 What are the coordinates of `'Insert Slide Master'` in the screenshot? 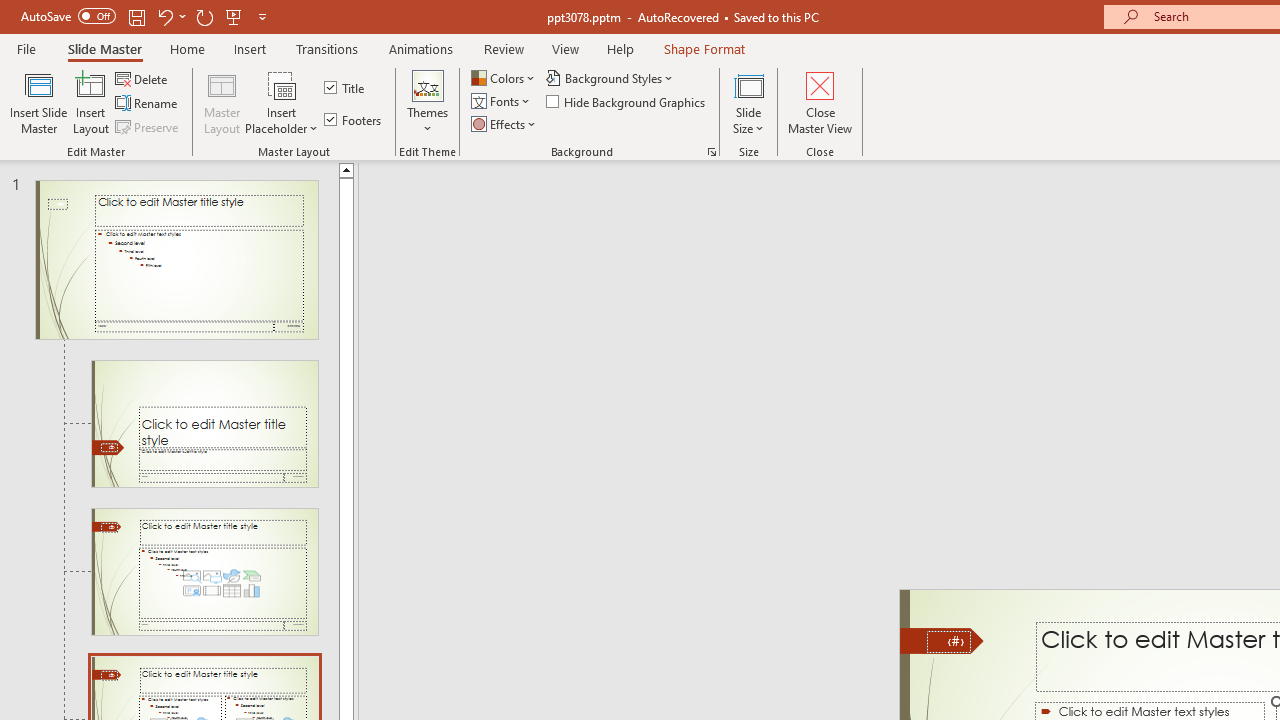 It's located at (39, 103).